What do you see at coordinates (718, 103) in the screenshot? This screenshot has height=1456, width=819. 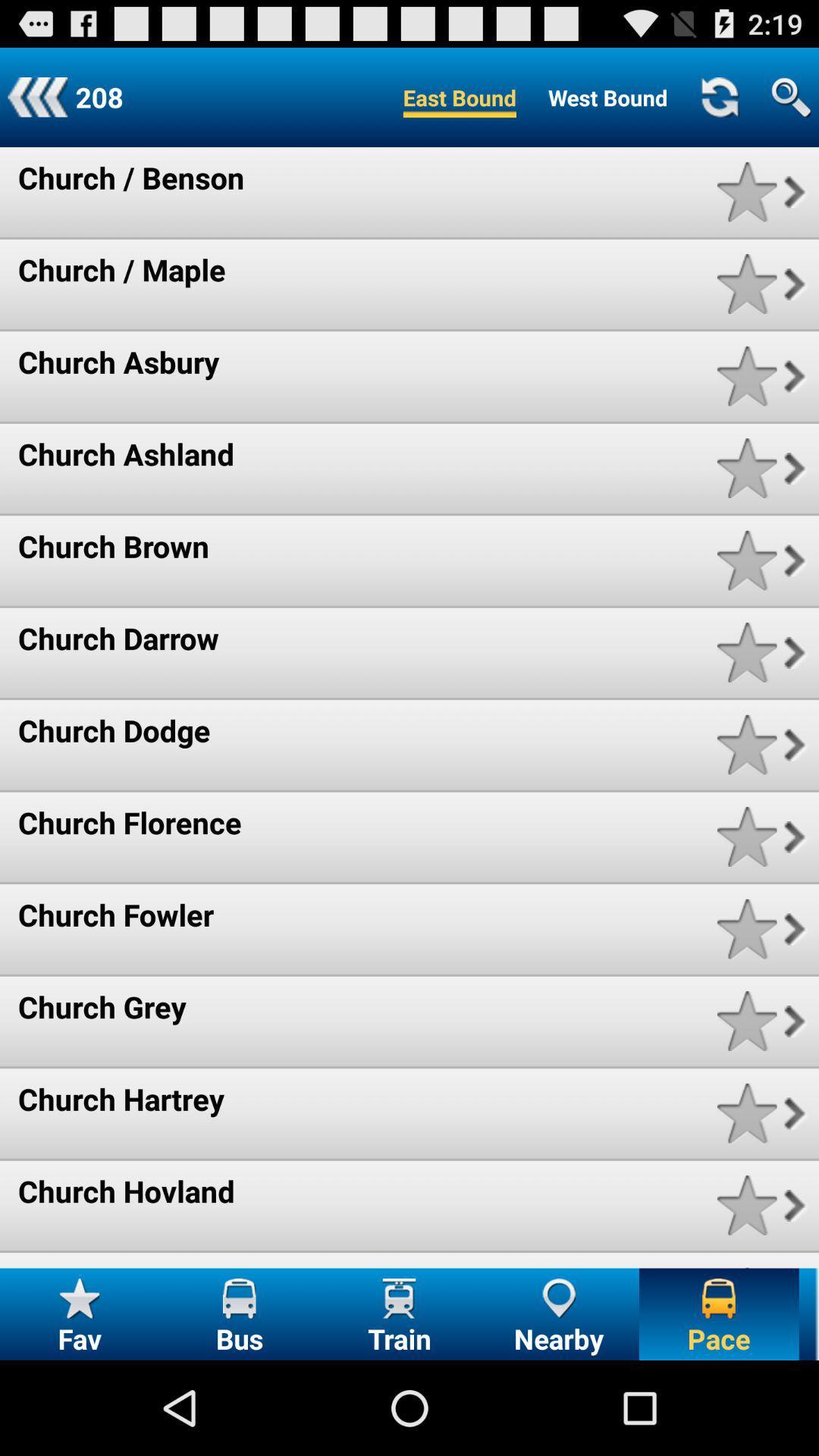 I see `the refresh icon` at bounding box center [718, 103].